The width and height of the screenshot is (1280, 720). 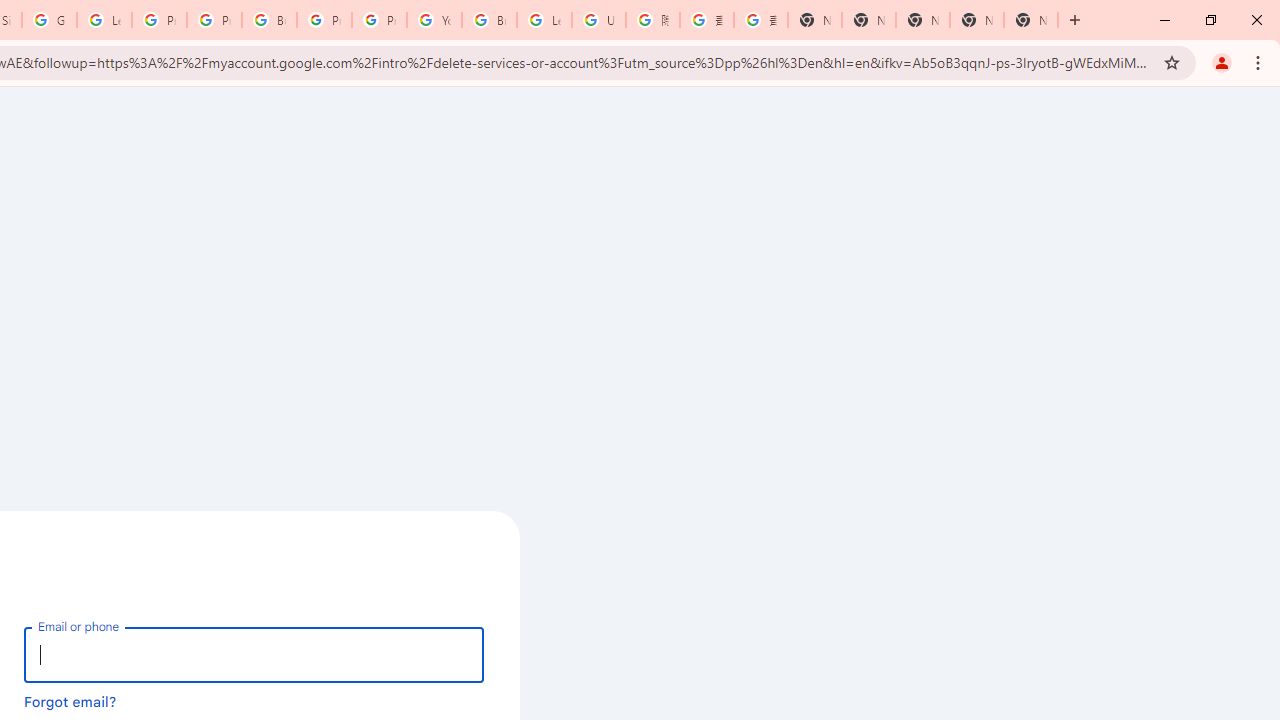 I want to click on 'New Tab', so click(x=1031, y=20).